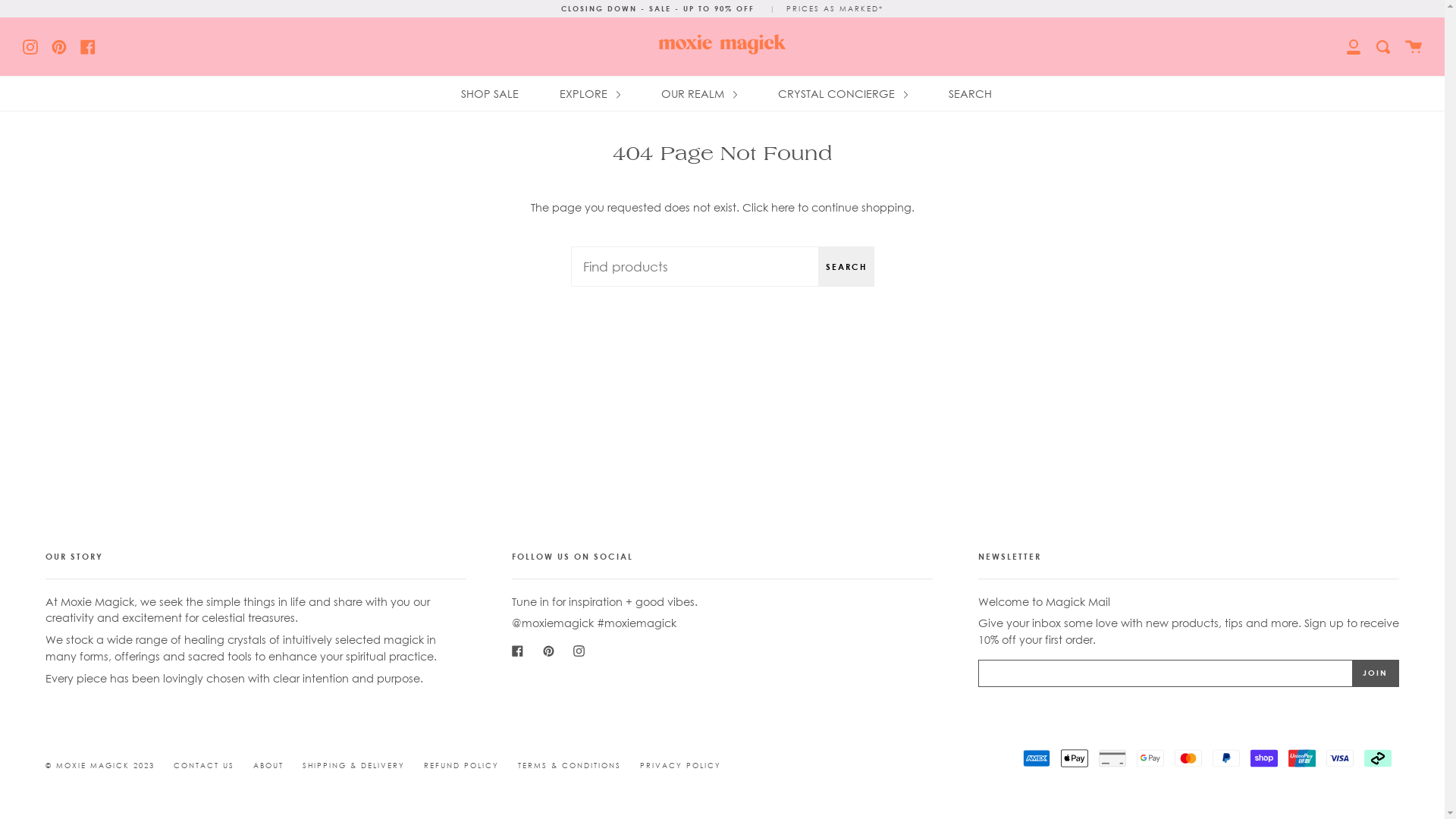 The width and height of the screenshot is (1456, 819). What do you see at coordinates (79, 45) in the screenshot?
I see `'Facebook'` at bounding box center [79, 45].